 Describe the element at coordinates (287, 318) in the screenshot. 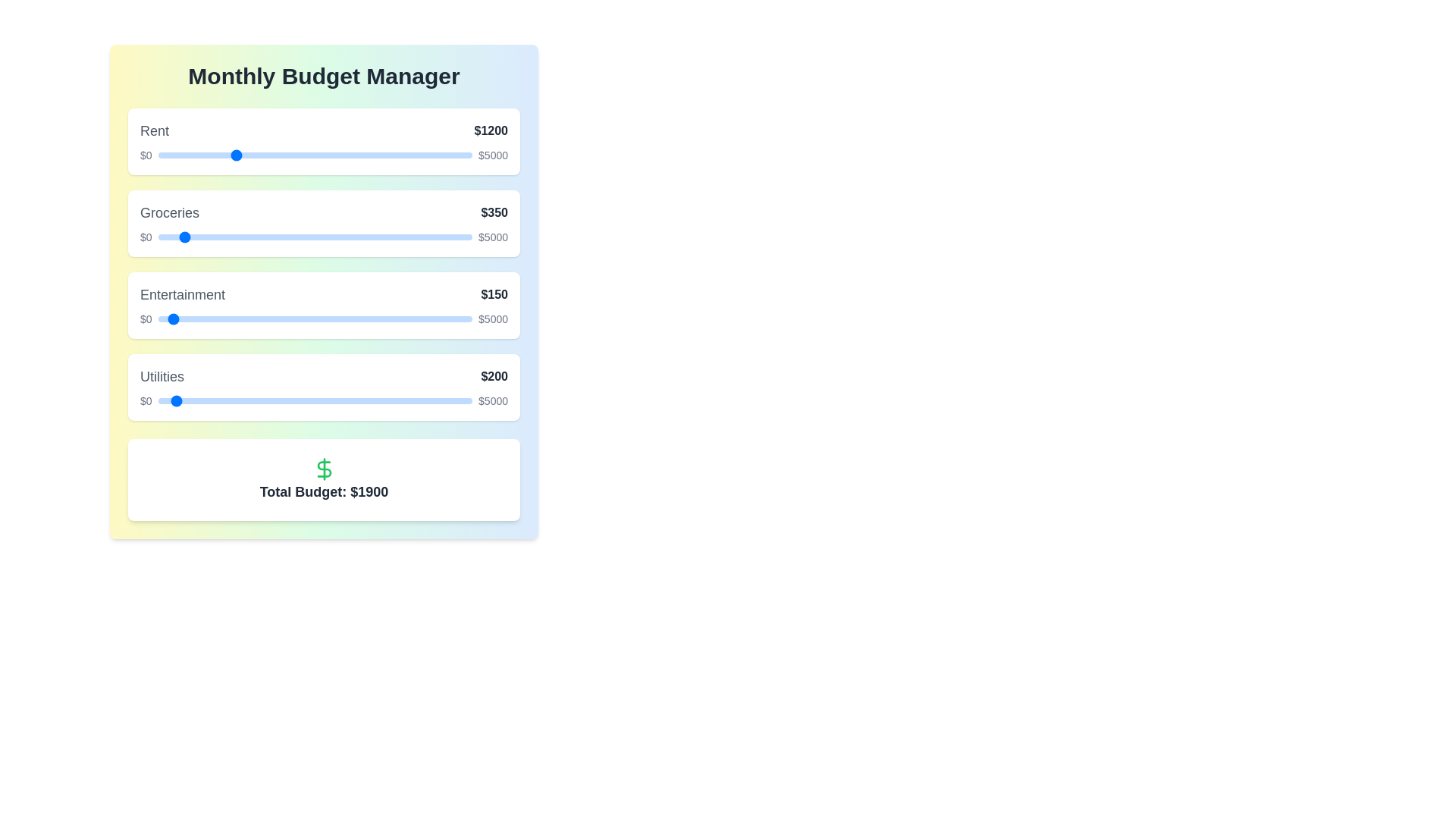

I see `the Entertainment budget` at that location.